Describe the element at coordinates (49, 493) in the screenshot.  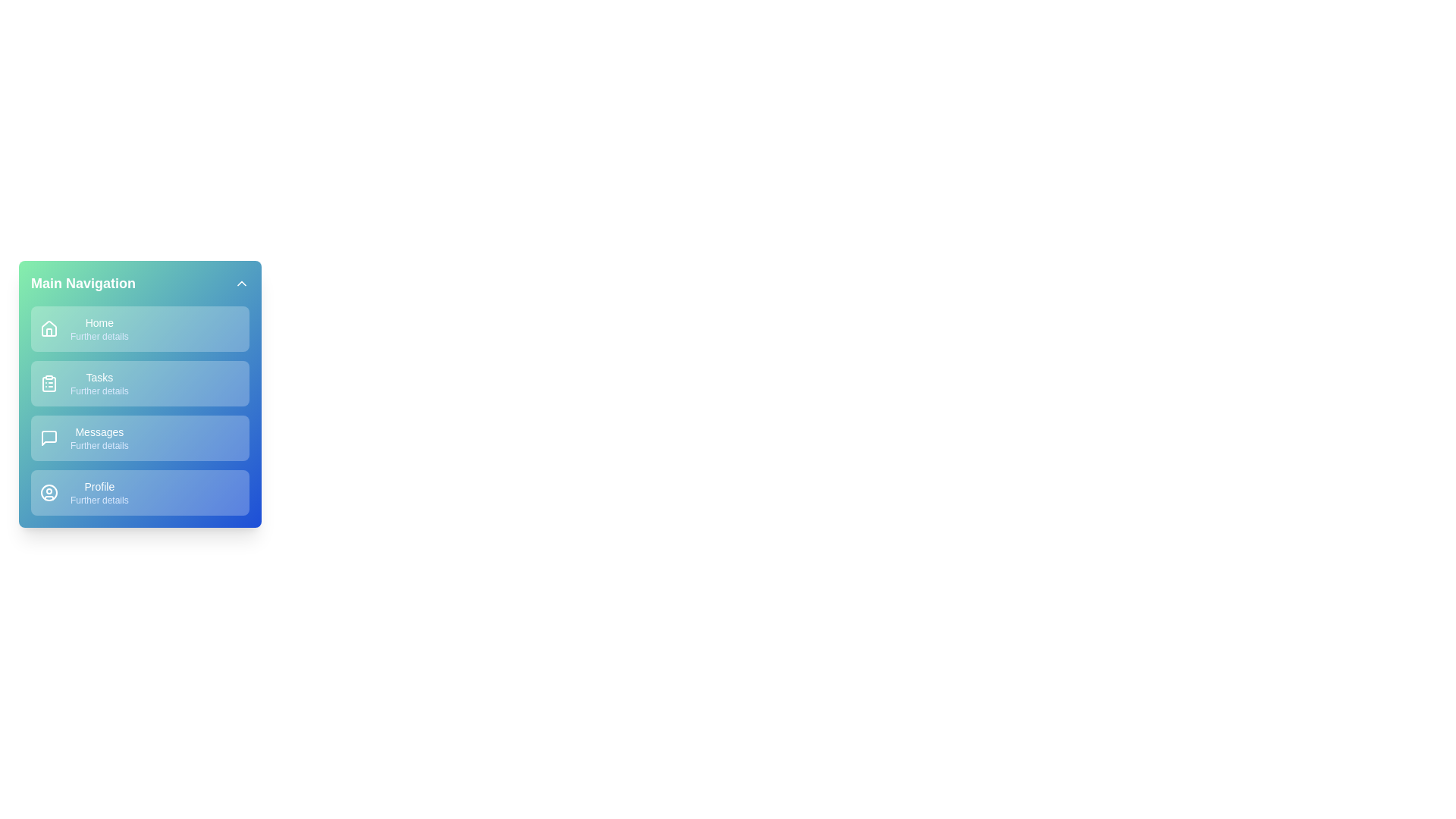
I see `the icon of the menu item labeled Profile` at that location.